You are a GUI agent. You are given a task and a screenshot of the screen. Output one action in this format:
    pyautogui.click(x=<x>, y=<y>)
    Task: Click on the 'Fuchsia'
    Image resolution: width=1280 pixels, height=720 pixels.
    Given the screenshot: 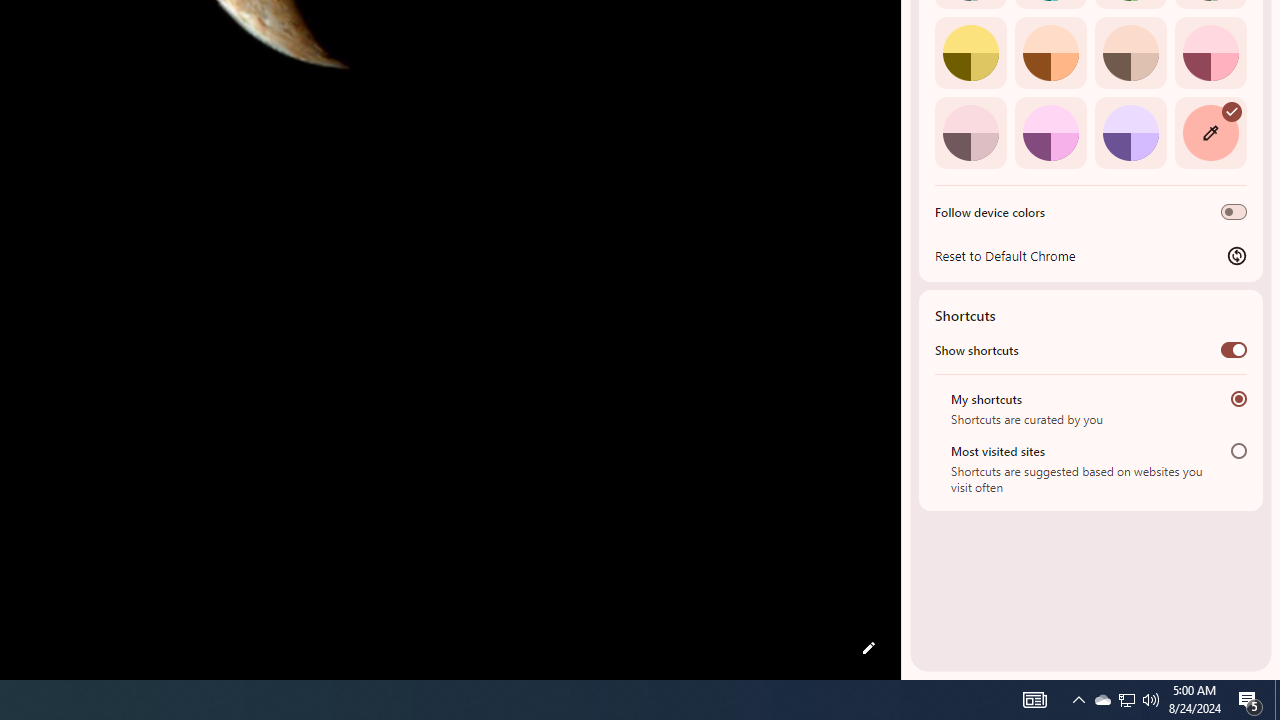 What is the action you would take?
    pyautogui.click(x=1049, y=132)
    